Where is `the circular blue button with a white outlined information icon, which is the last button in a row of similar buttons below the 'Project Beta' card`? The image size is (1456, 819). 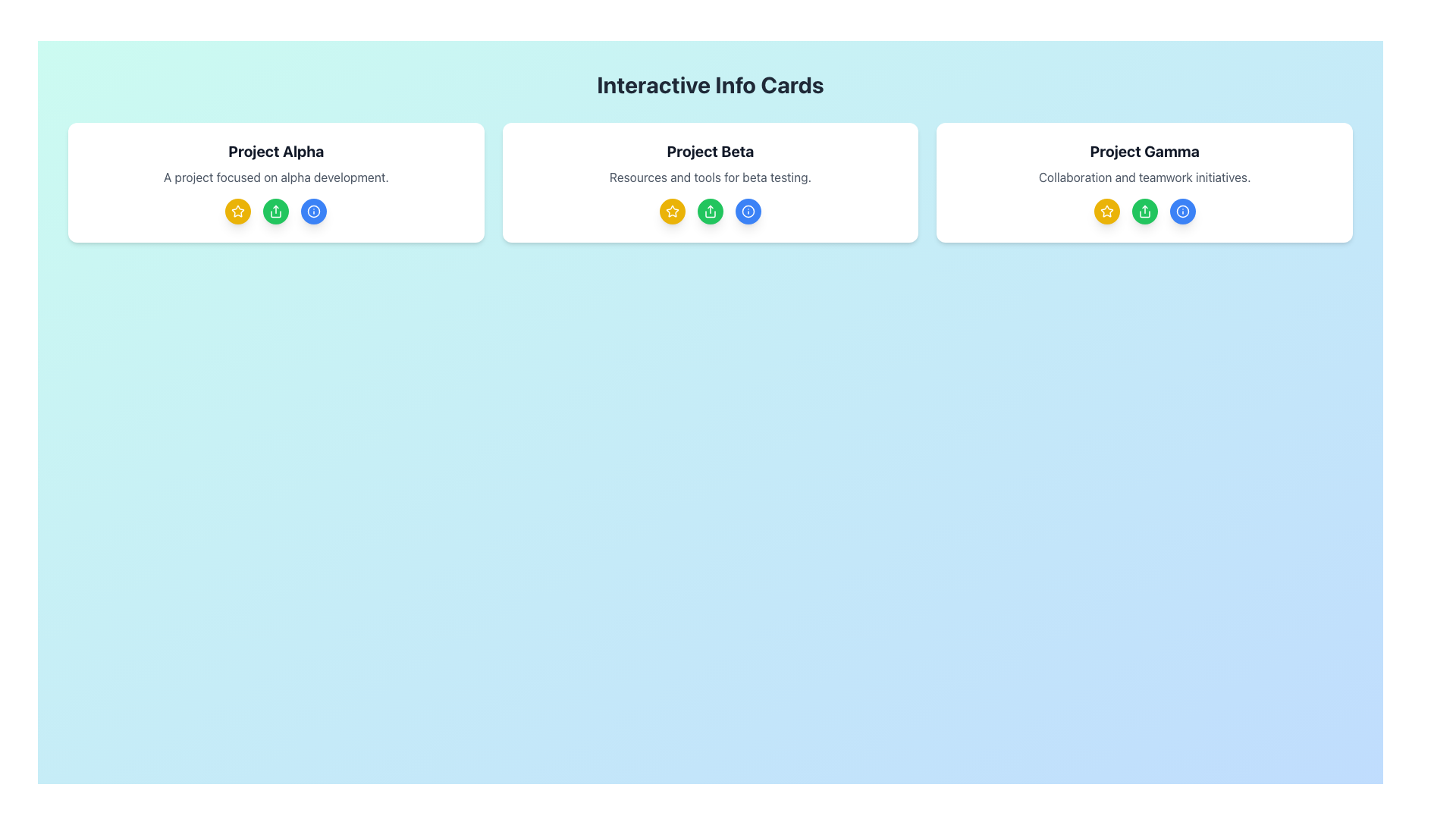 the circular blue button with a white outlined information icon, which is the last button in a row of similar buttons below the 'Project Beta' card is located at coordinates (748, 211).